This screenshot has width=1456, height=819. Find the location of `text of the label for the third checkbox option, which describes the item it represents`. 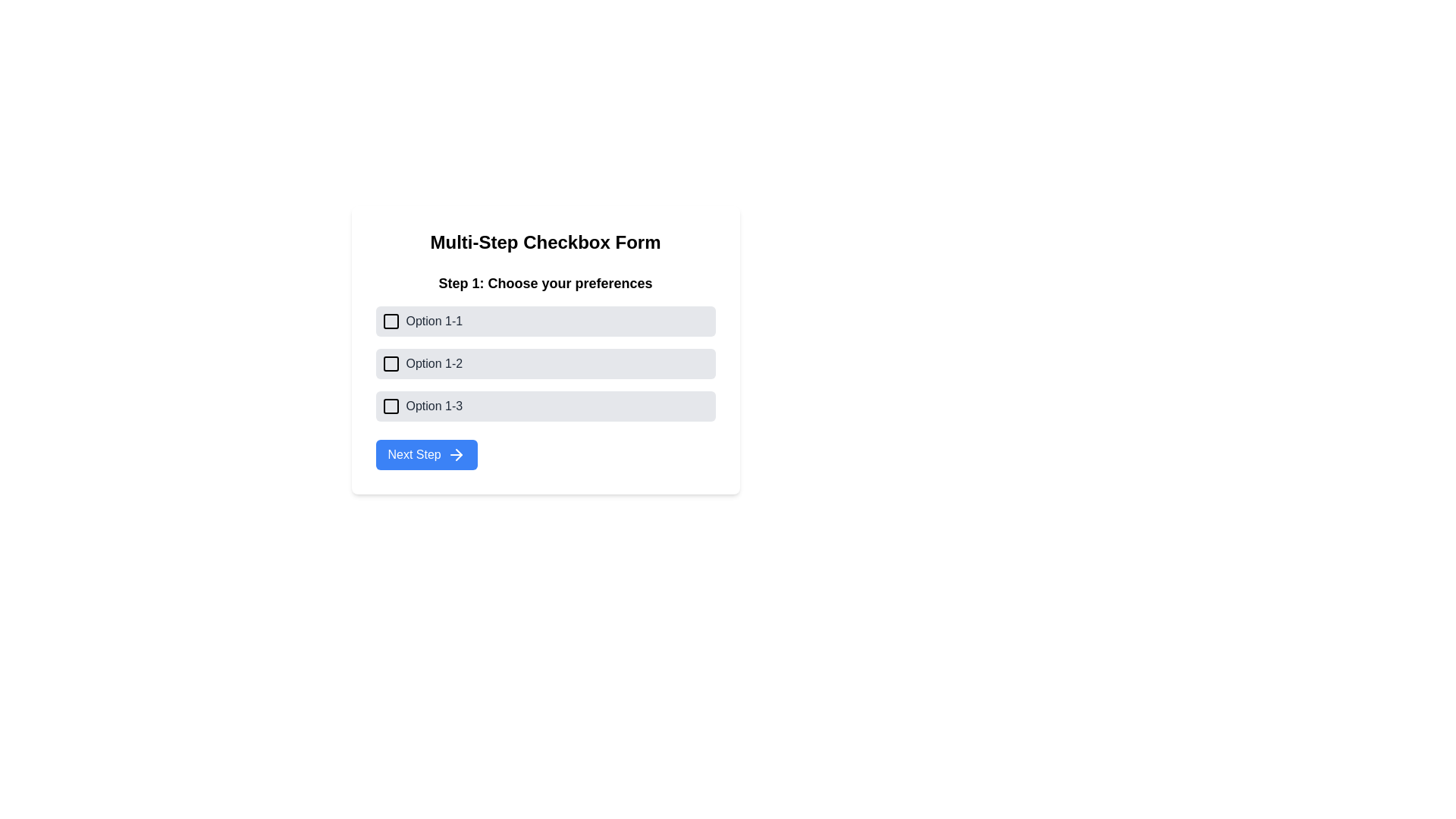

text of the label for the third checkbox option, which describes the item it represents is located at coordinates (433, 406).